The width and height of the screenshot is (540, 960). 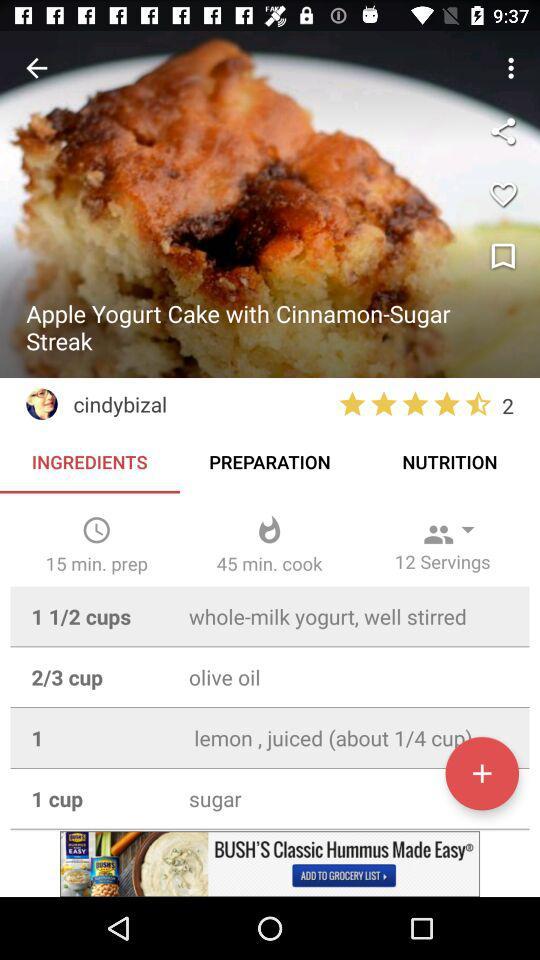 What do you see at coordinates (502, 194) in the screenshot?
I see `make favorite` at bounding box center [502, 194].